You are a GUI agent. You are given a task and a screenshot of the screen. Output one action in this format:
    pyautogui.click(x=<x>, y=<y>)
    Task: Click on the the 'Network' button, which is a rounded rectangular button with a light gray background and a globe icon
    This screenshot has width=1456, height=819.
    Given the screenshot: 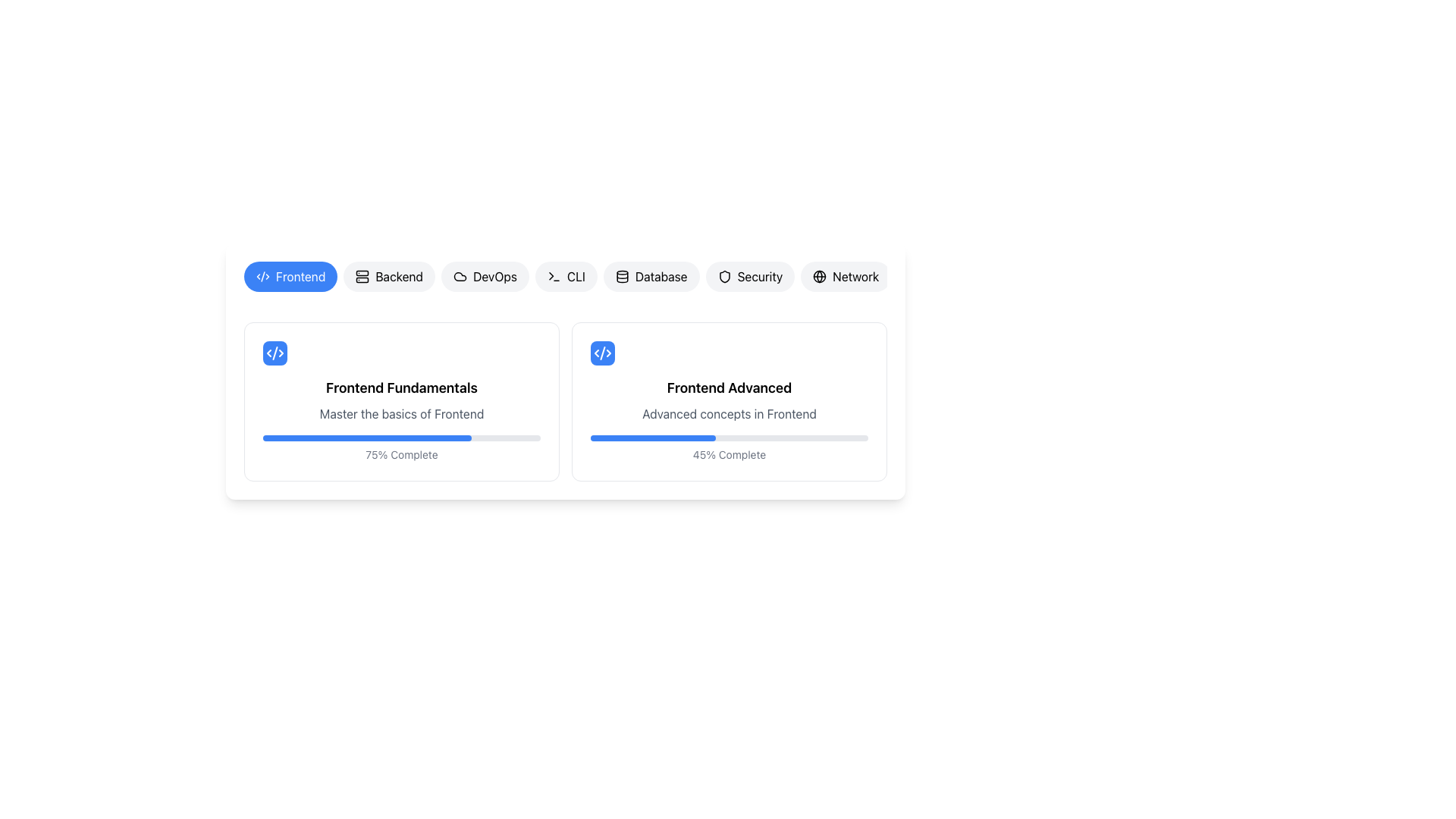 What is the action you would take?
    pyautogui.click(x=845, y=277)
    